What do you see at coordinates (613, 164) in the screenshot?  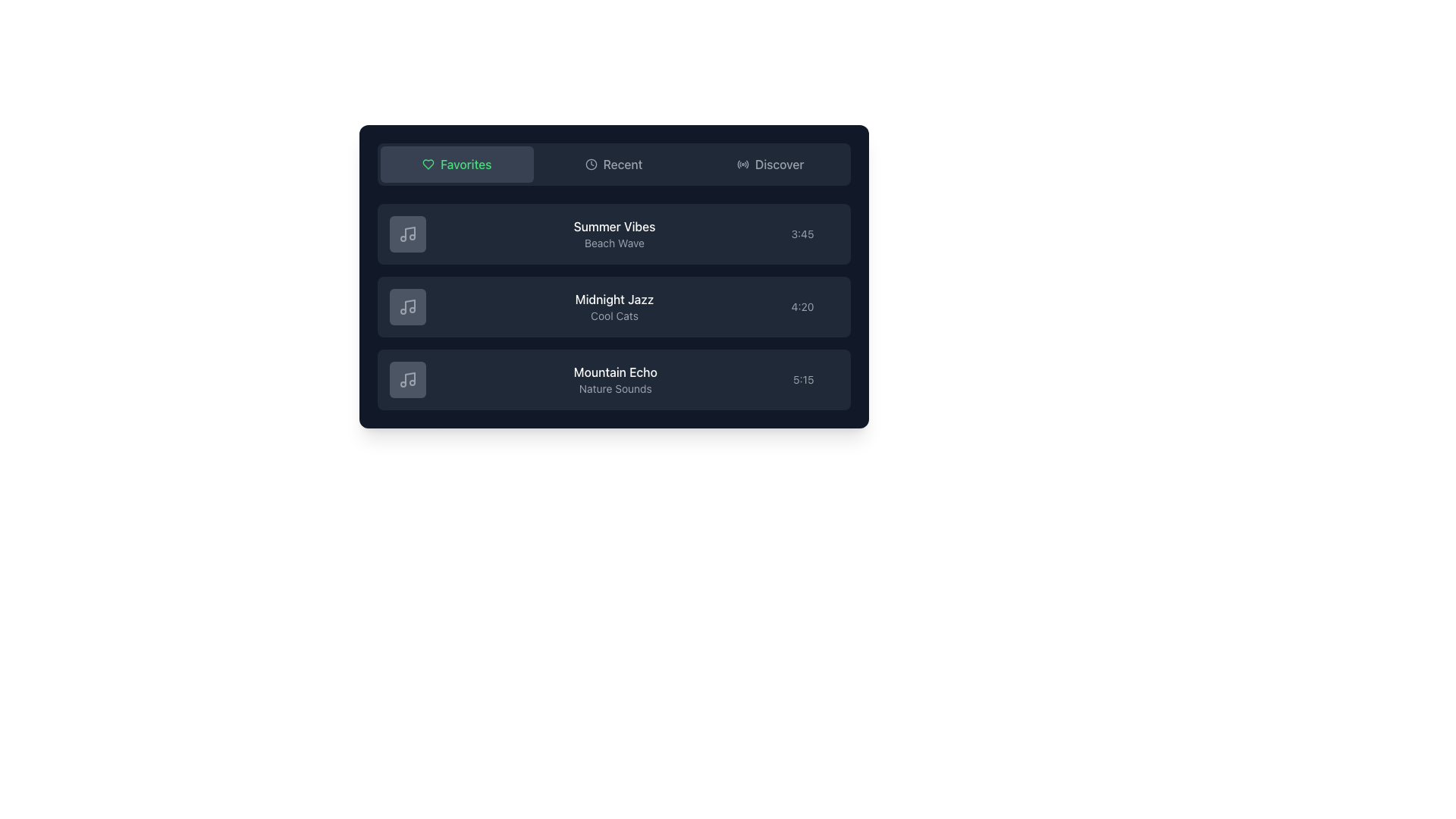 I see `the 'Recent' button located in the middle of the three-option menu bar` at bounding box center [613, 164].